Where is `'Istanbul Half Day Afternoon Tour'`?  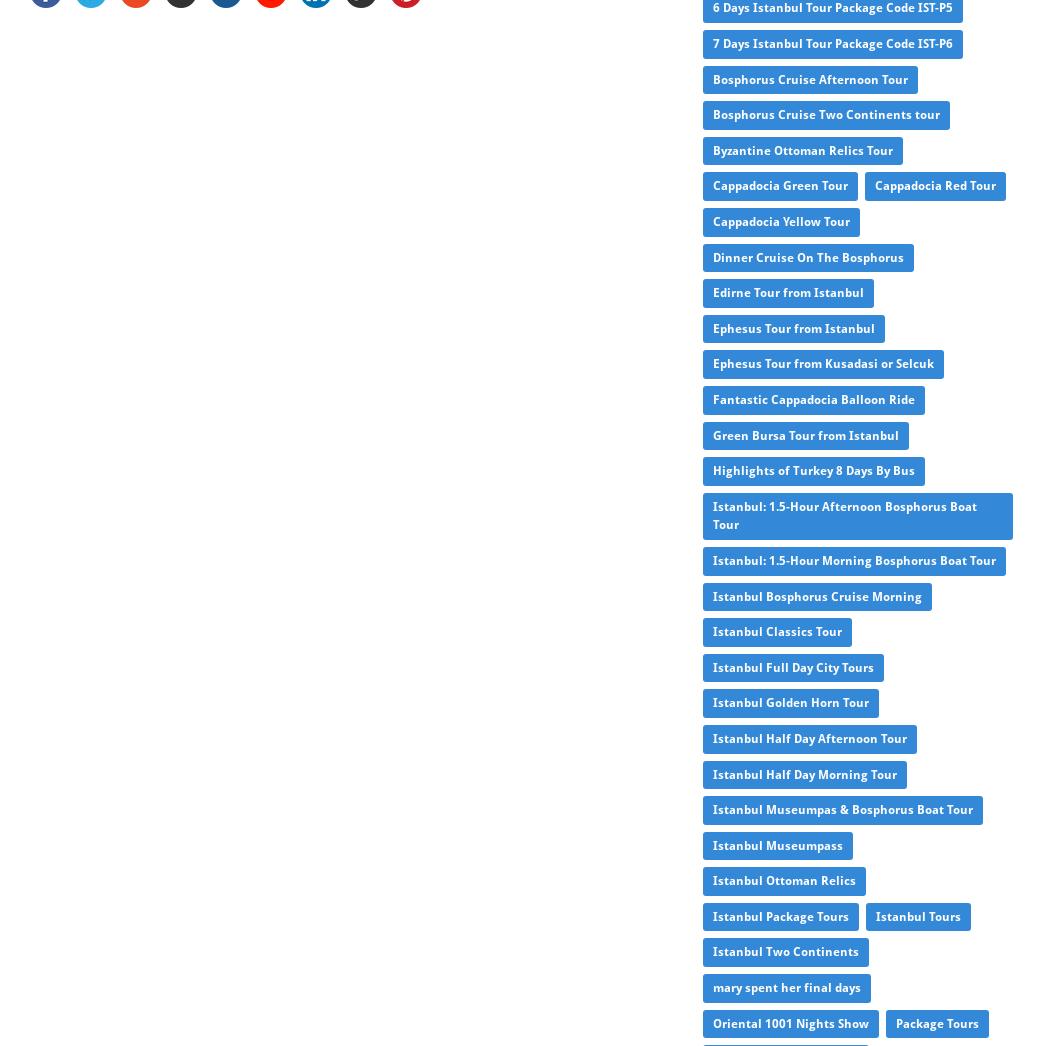 'Istanbul Half Day Afternoon Tour' is located at coordinates (808, 736).